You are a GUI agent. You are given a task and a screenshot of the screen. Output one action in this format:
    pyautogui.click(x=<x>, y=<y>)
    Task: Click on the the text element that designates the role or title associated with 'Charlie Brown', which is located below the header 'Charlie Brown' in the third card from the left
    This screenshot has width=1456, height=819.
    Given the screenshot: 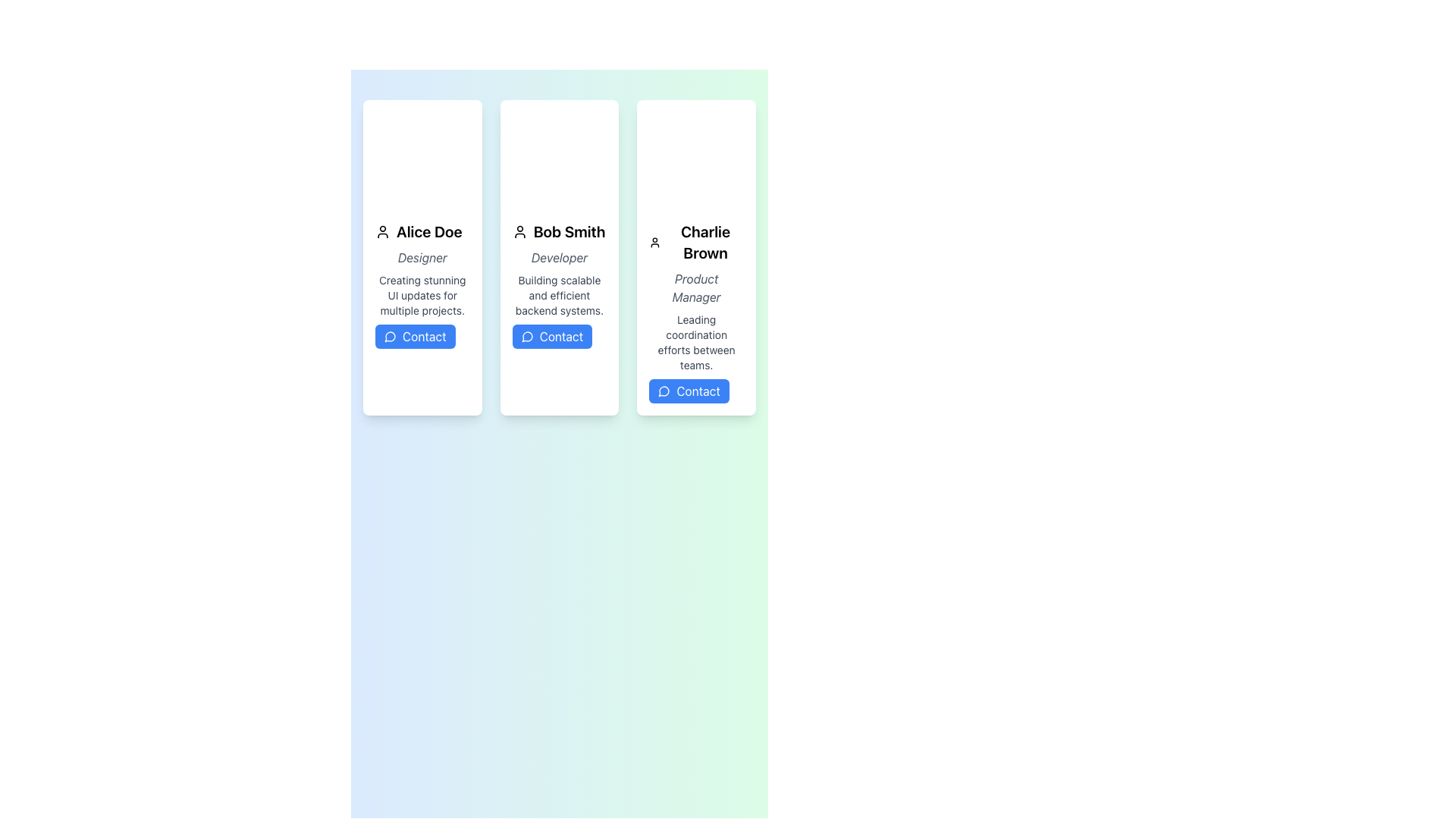 What is the action you would take?
    pyautogui.click(x=695, y=288)
    